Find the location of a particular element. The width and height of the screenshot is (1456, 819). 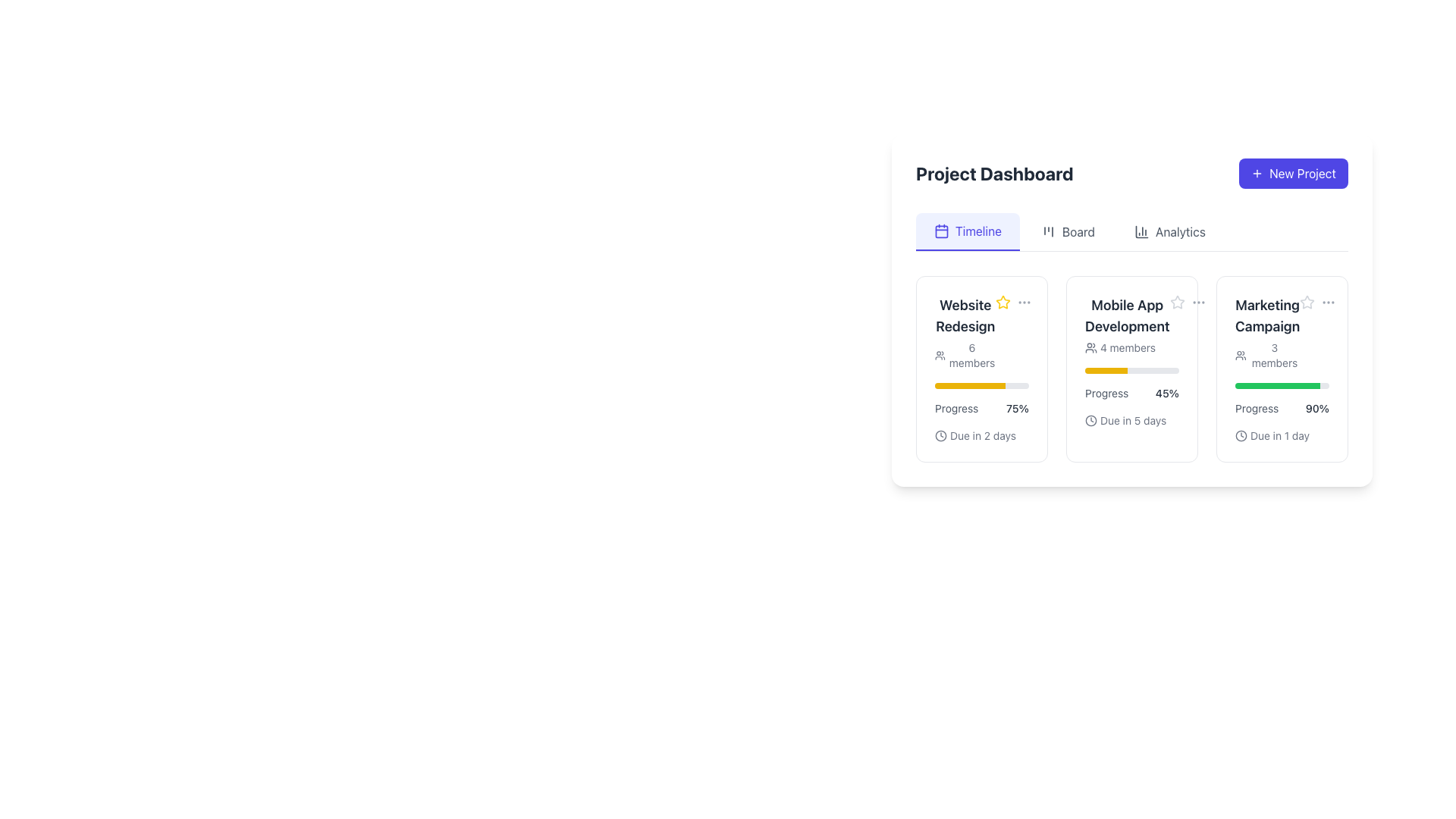

the decorative icon located to the left of the text '4 members' in the card titled 'Mobile App Development' on the dashboard interface is located at coordinates (1090, 348).